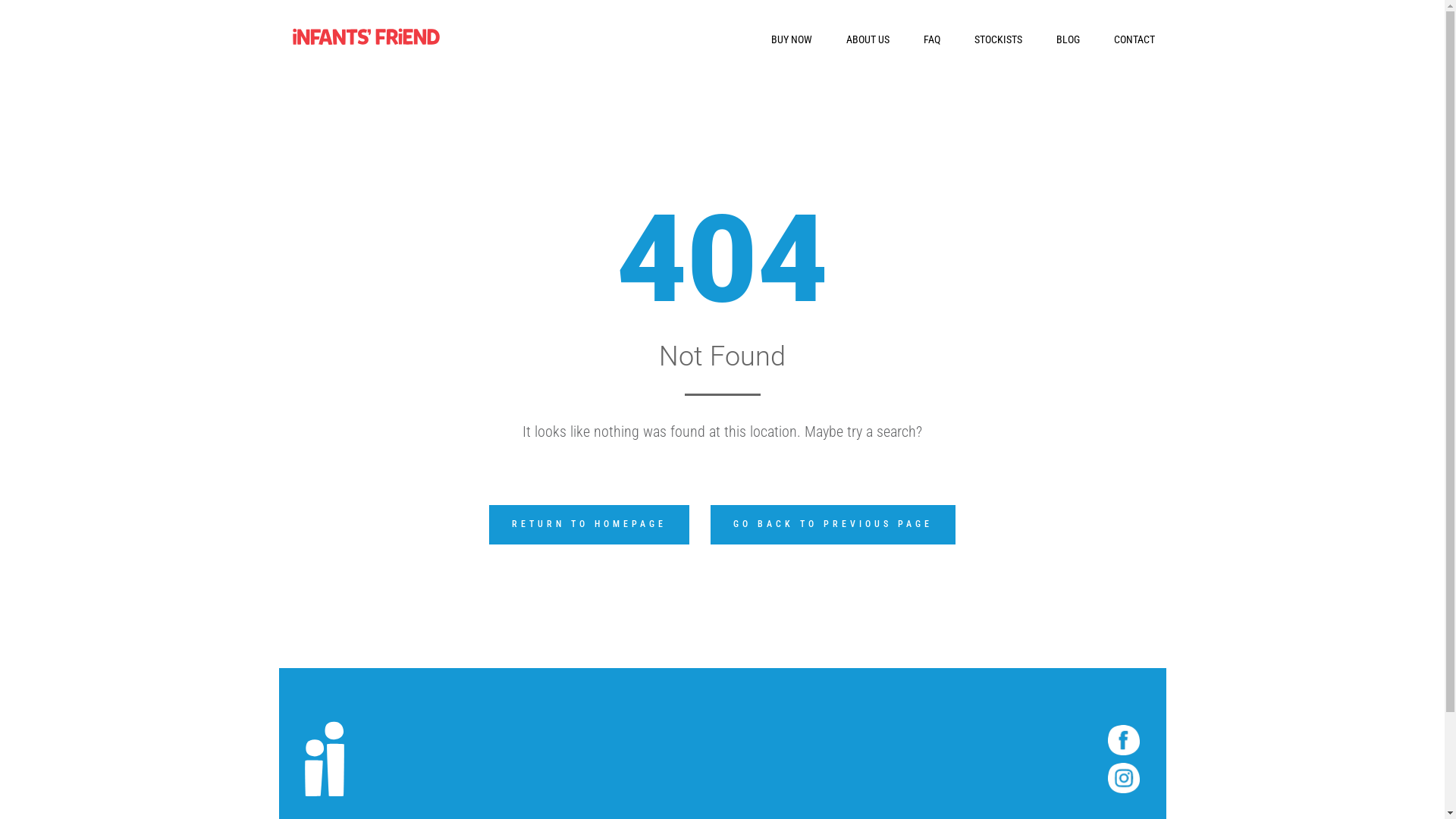 This screenshot has height=819, width=1456. What do you see at coordinates (1055, 38) in the screenshot?
I see `'BLOG'` at bounding box center [1055, 38].